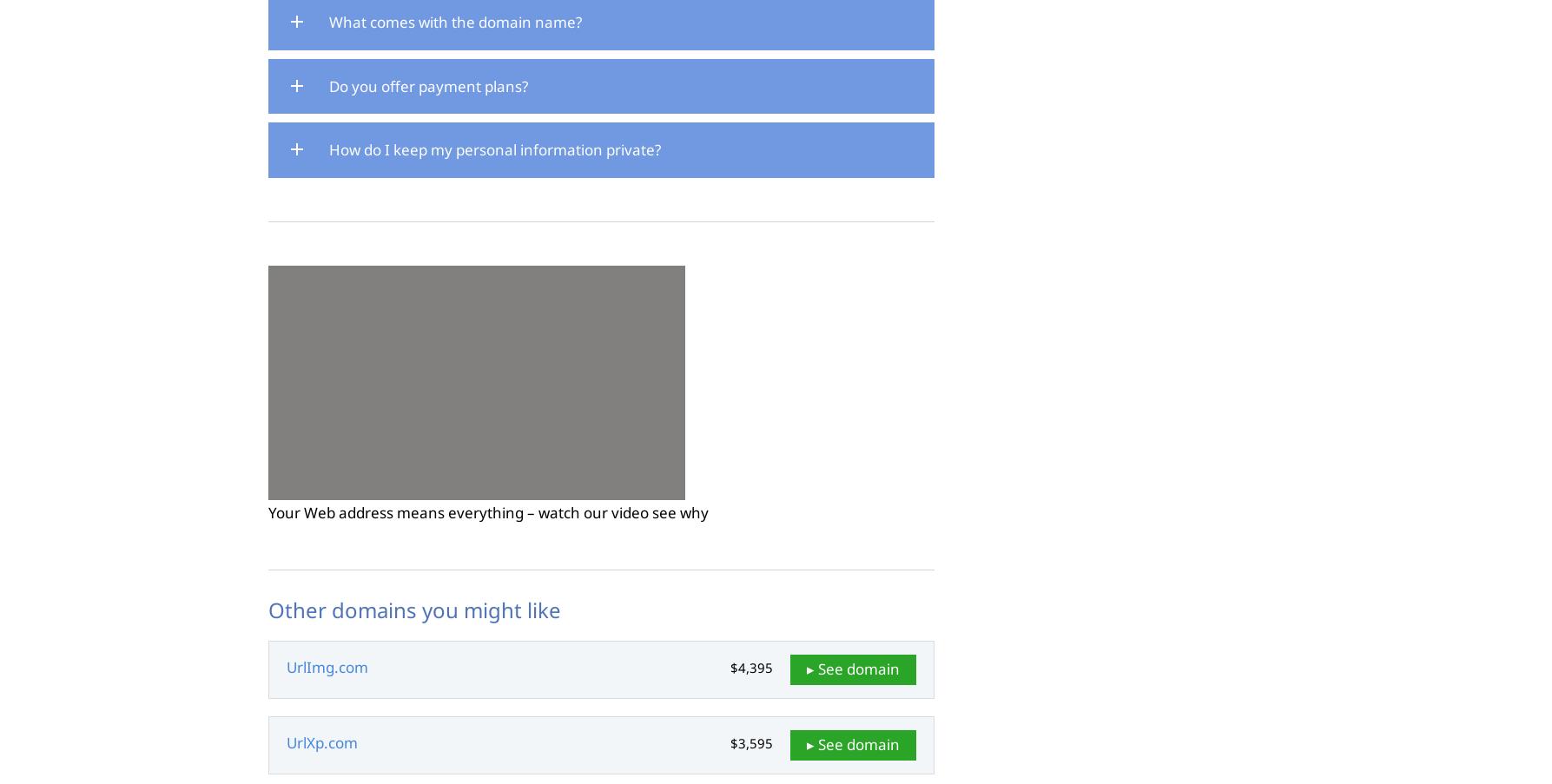 This screenshot has width=1552, height=784. What do you see at coordinates (492, 148) in the screenshot?
I see `'How do I keep my personal information private?'` at bounding box center [492, 148].